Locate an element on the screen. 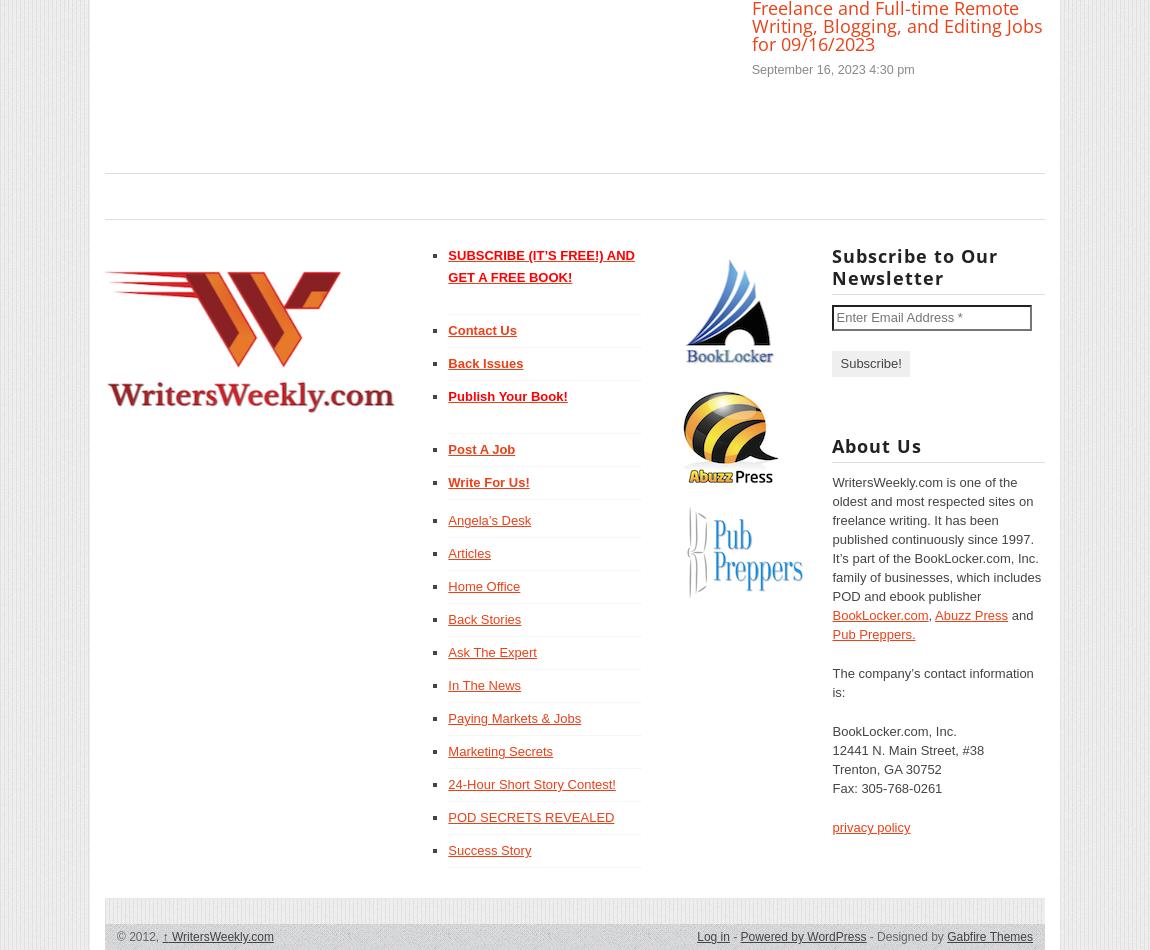 Image resolution: width=1150 pixels, height=950 pixels. 'Success Story' is located at coordinates (489, 849).